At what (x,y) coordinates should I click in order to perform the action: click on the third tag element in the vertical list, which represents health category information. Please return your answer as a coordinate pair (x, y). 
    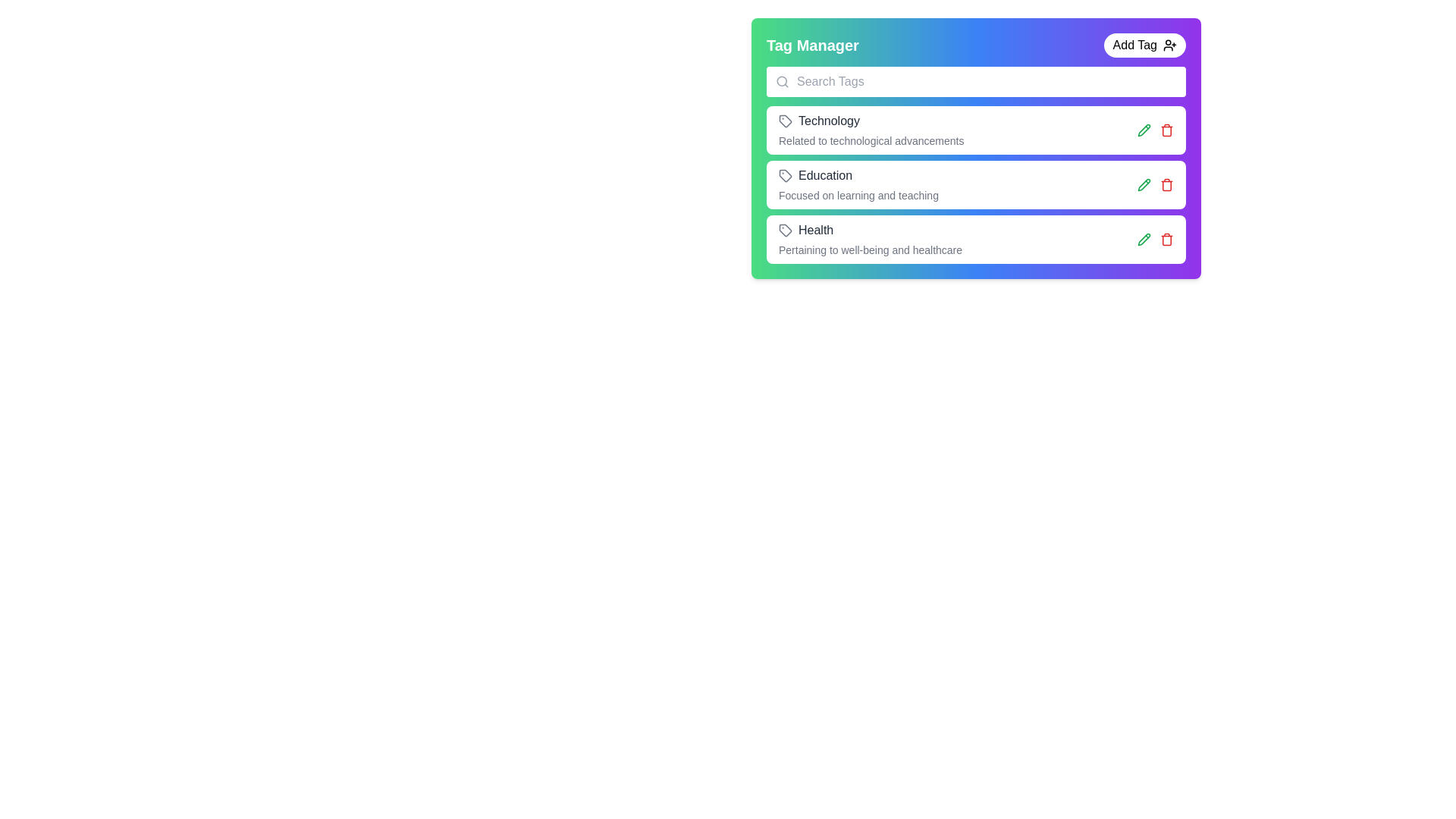
    Looking at the image, I should click on (870, 239).